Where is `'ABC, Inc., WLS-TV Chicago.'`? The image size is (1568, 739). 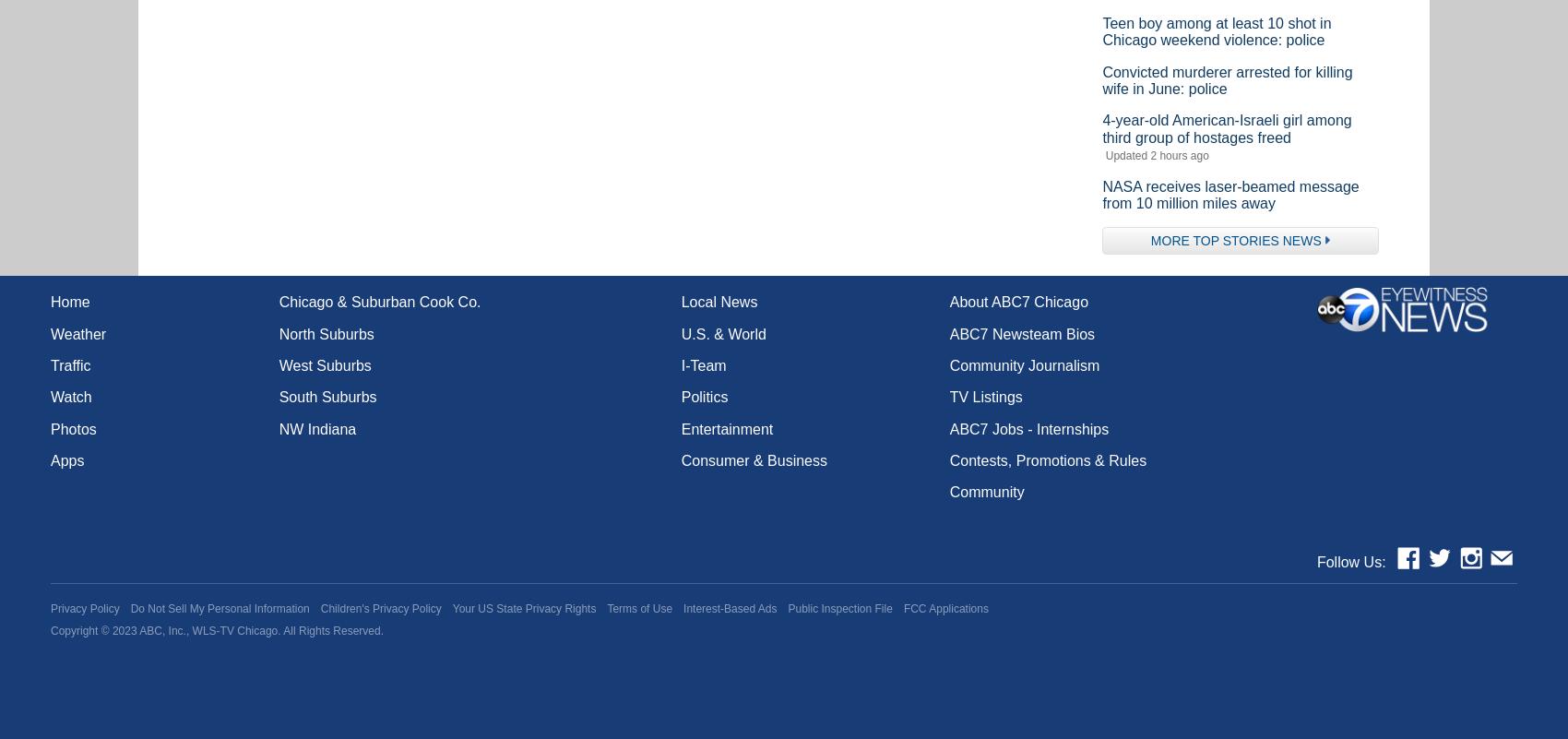
'ABC, Inc., WLS-TV Chicago.' is located at coordinates (209, 630).